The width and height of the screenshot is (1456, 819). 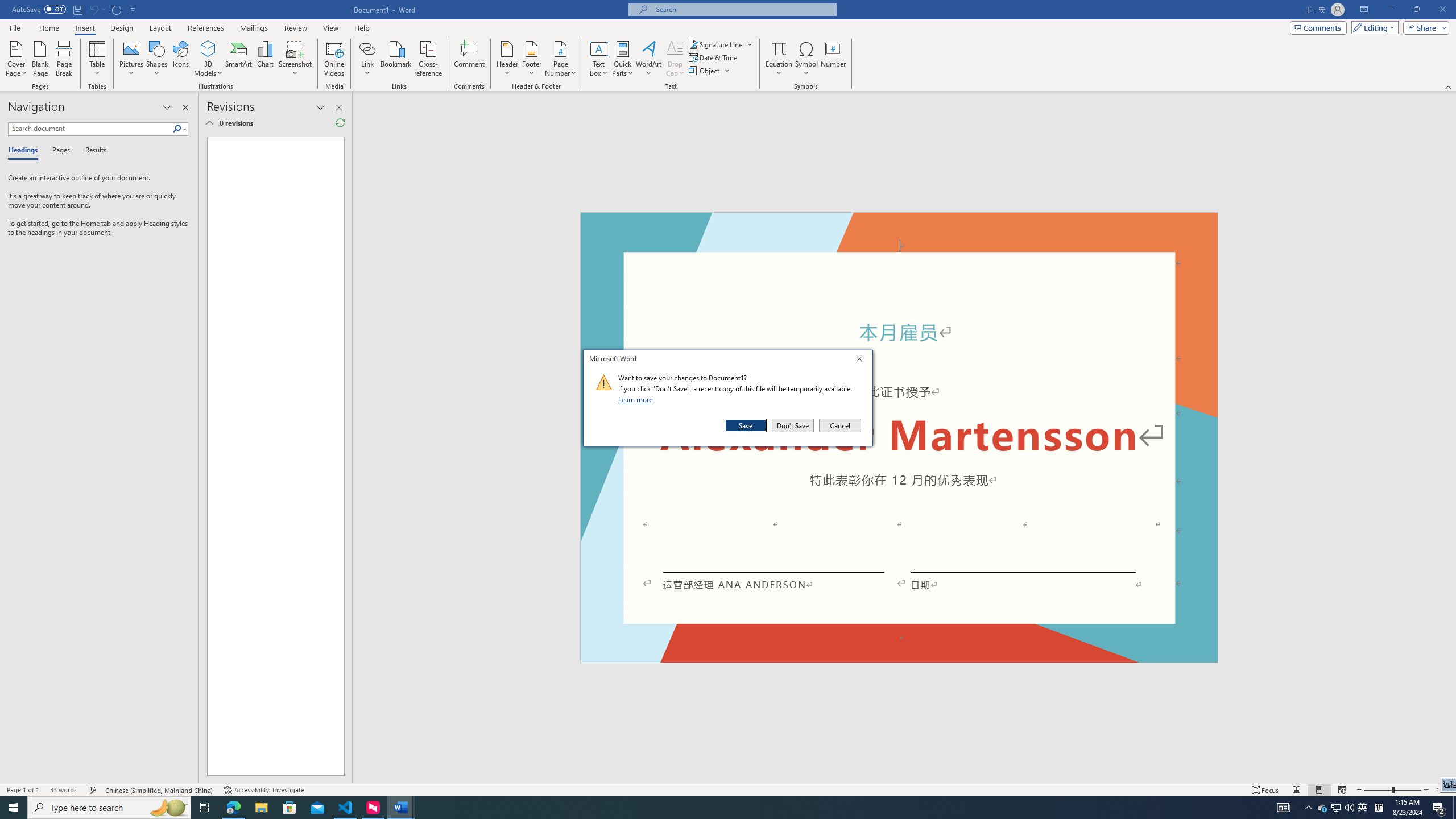 What do you see at coordinates (705, 69) in the screenshot?
I see `'Object...'` at bounding box center [705, 69].